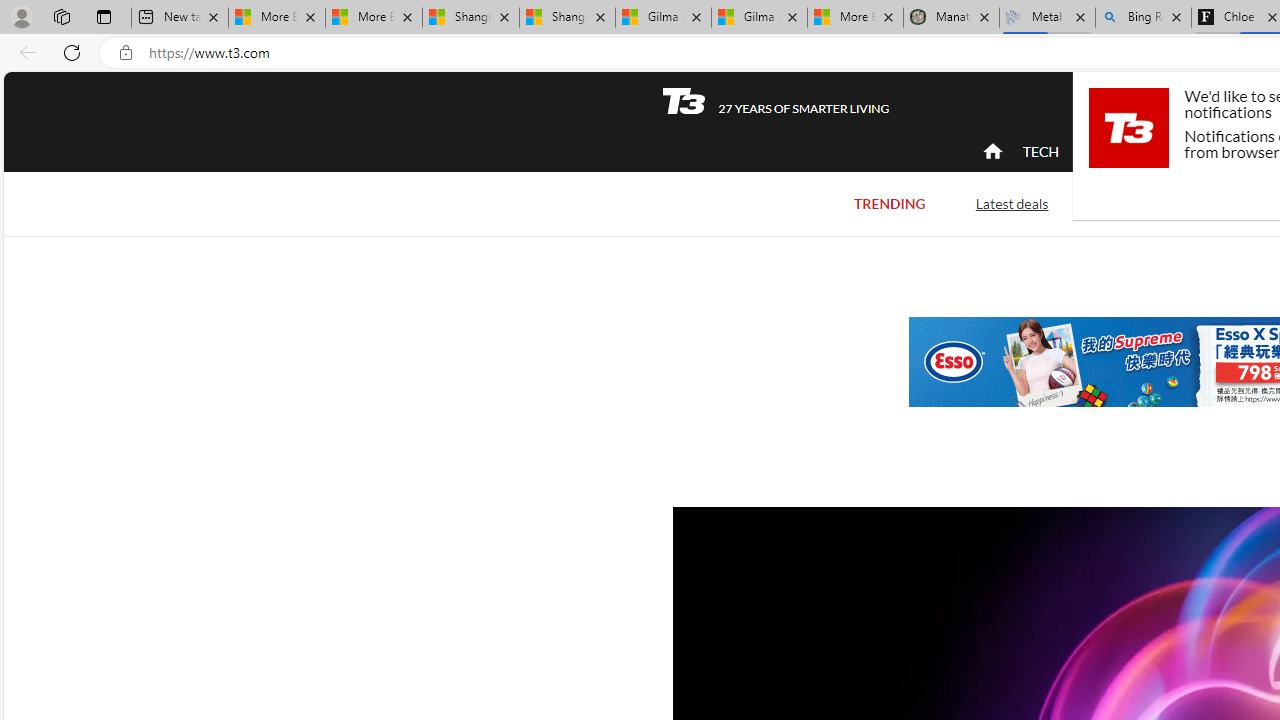 The width and height of the screenshot is (1280, 720). Describe the element at coordinates (1040, 150) in the screenshot. I see `'TECH'` at that location.